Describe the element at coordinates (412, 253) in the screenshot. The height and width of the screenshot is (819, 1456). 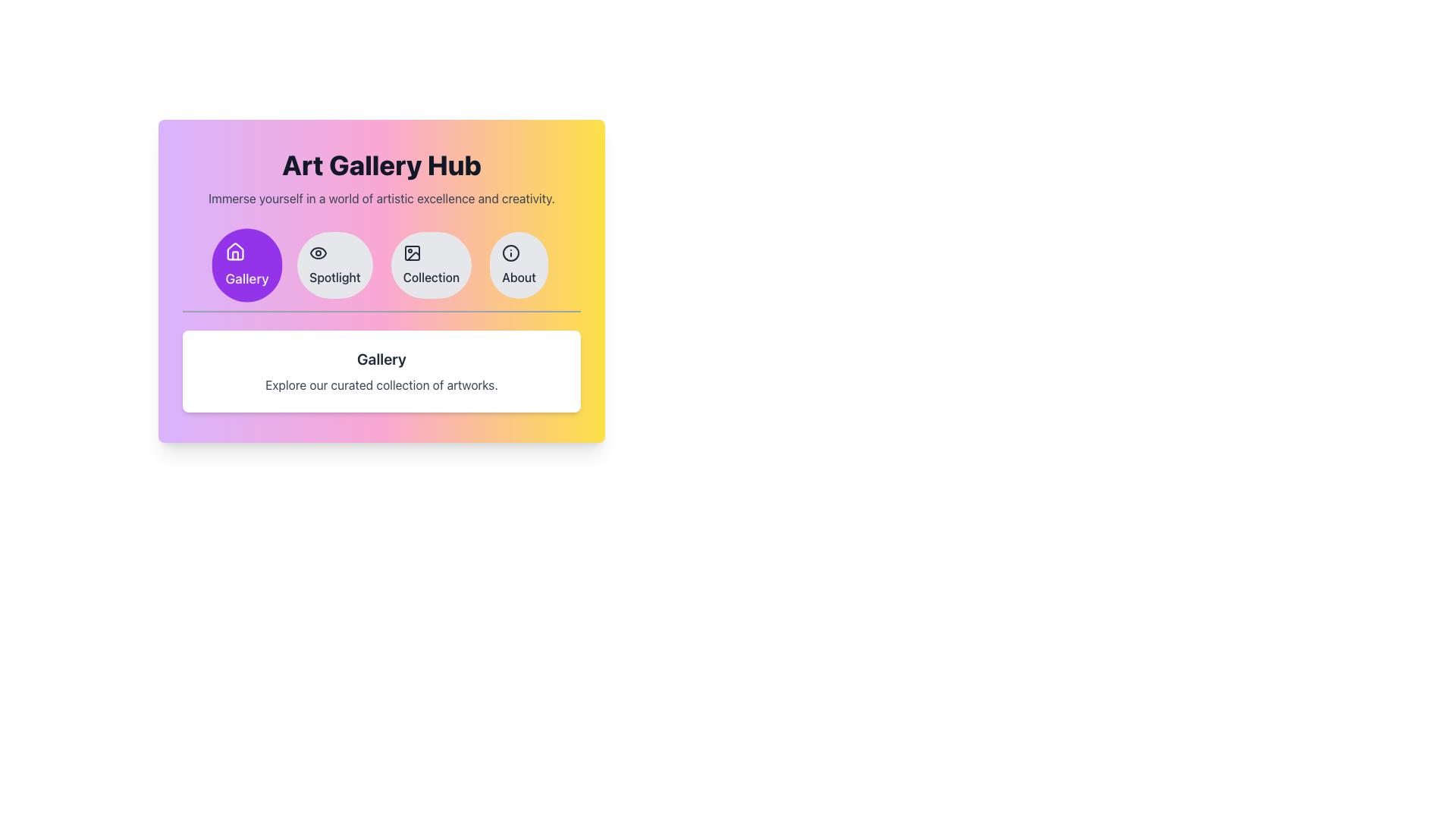
I see `the 'Collection' button, which features a minimalistic landscape outline icon, located as the third button in a row of four below the header` at that location.